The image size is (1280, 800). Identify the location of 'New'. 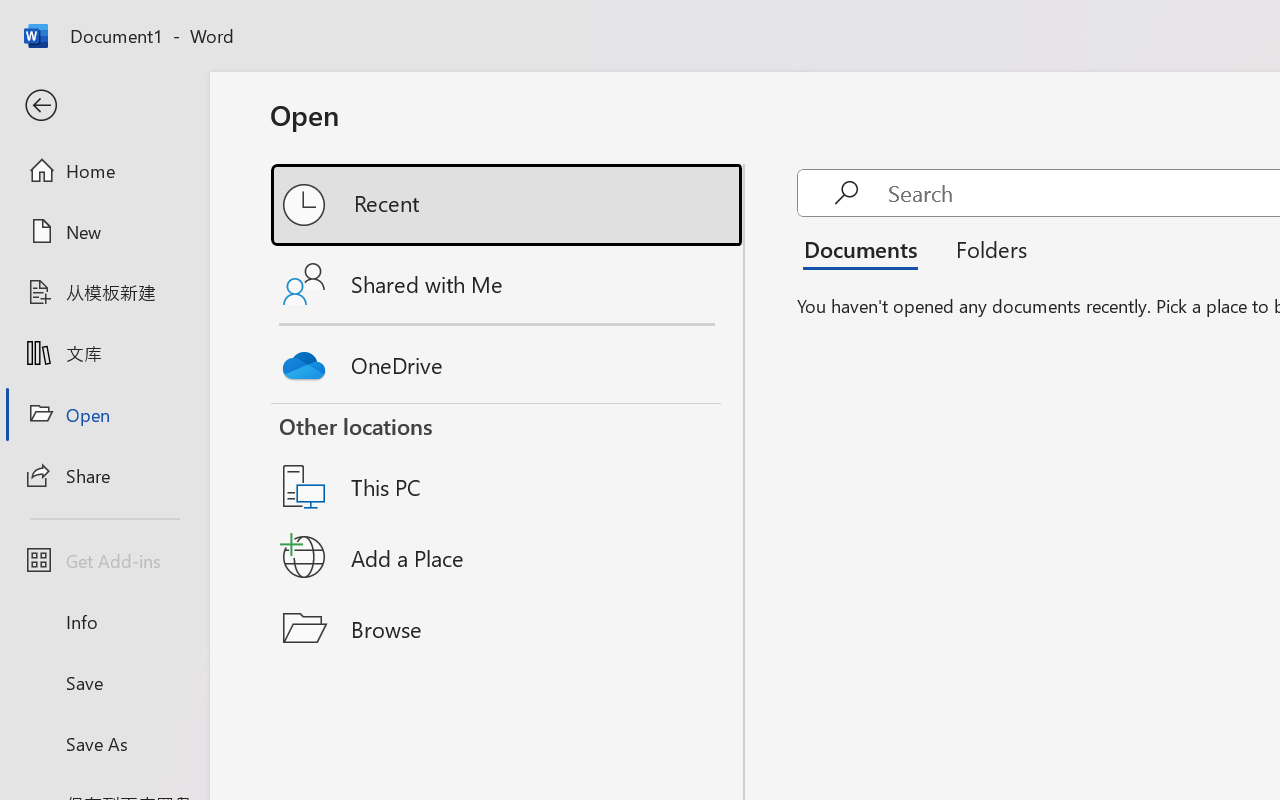
(103, 231).